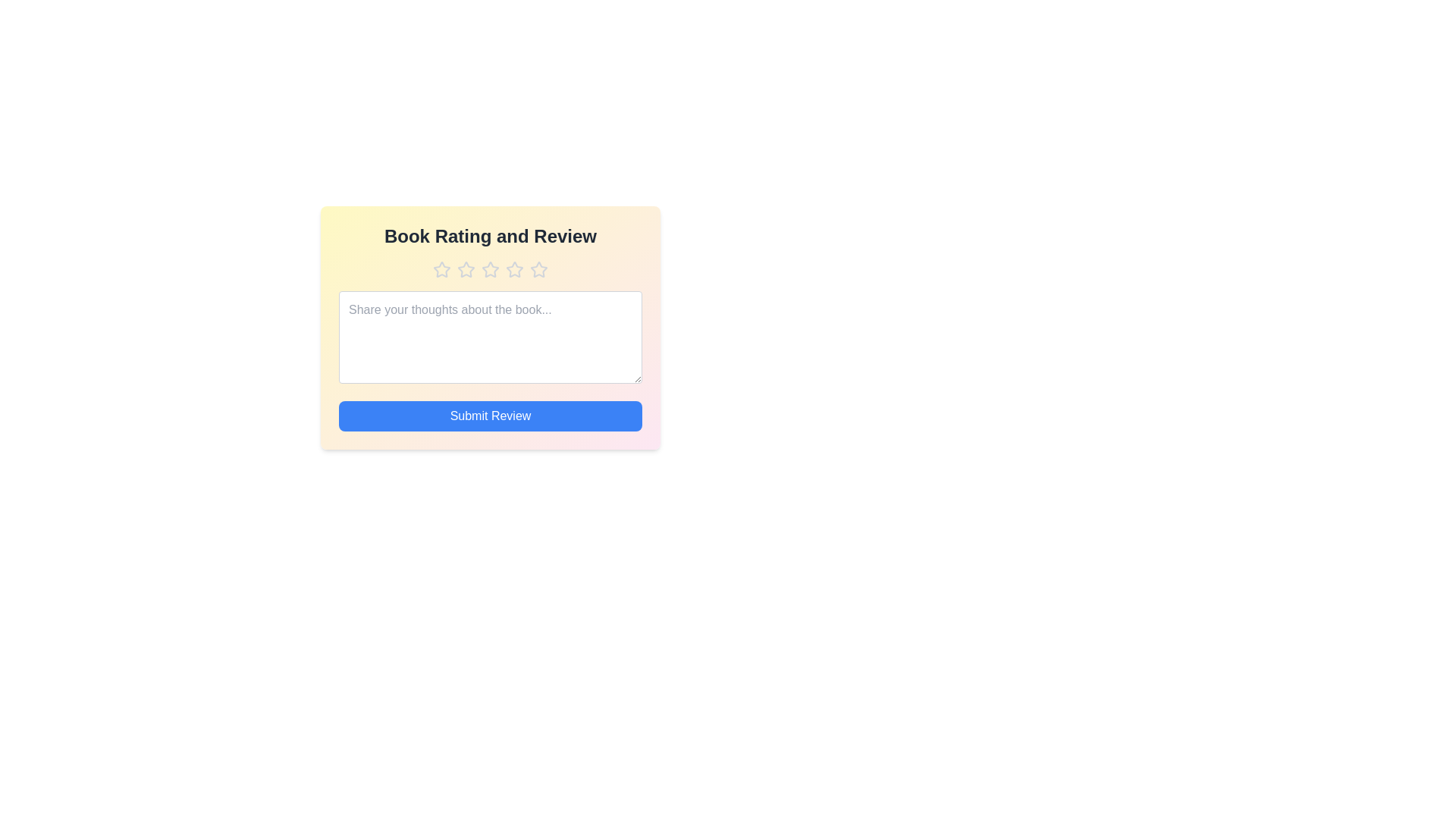 The height and width of the screenshot is (819, 1456). I want to click on the book rating to 1 stars by clicking on the corresponding star, so click(441, 268).